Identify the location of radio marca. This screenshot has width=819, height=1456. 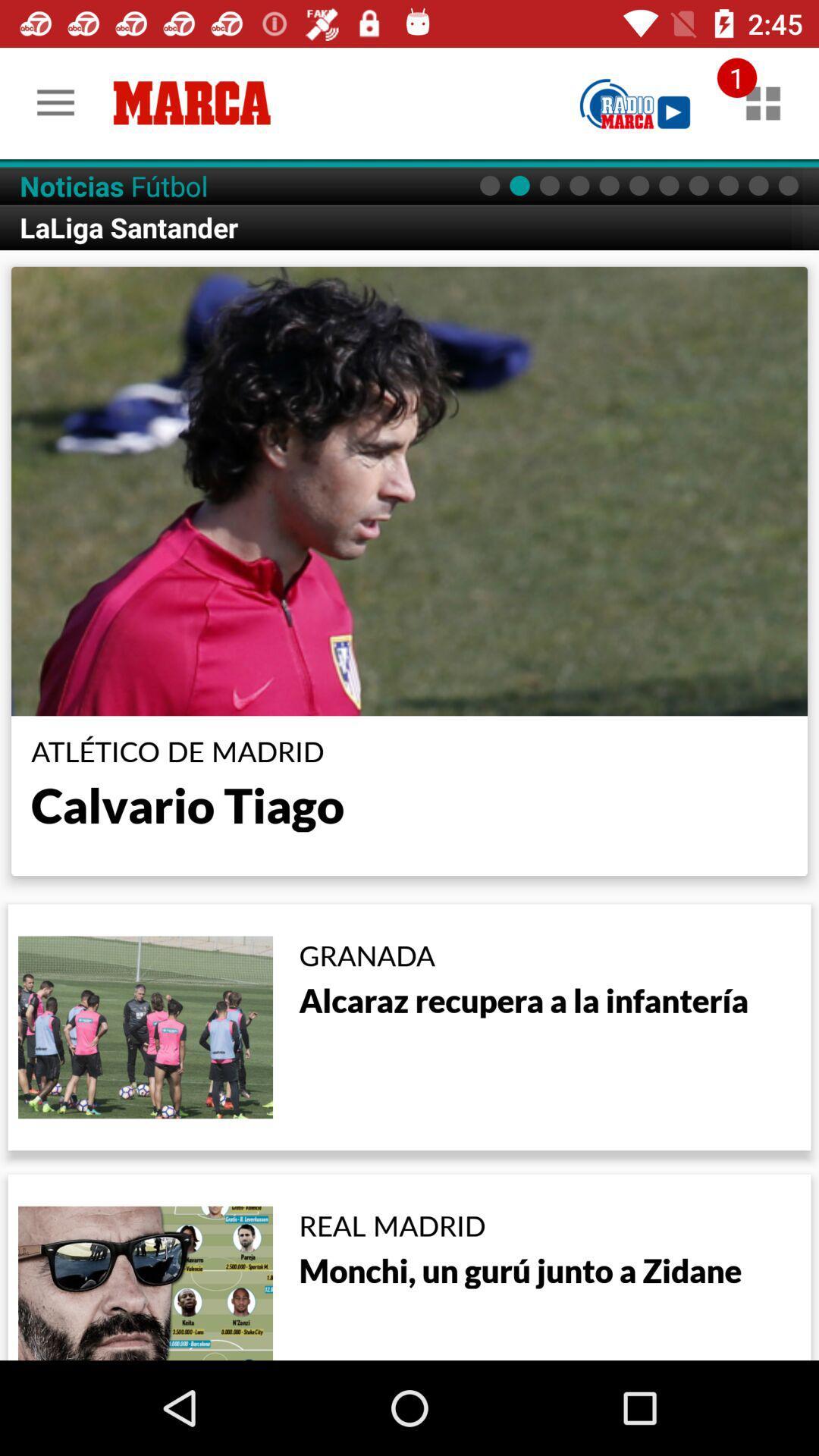
(635, 102).